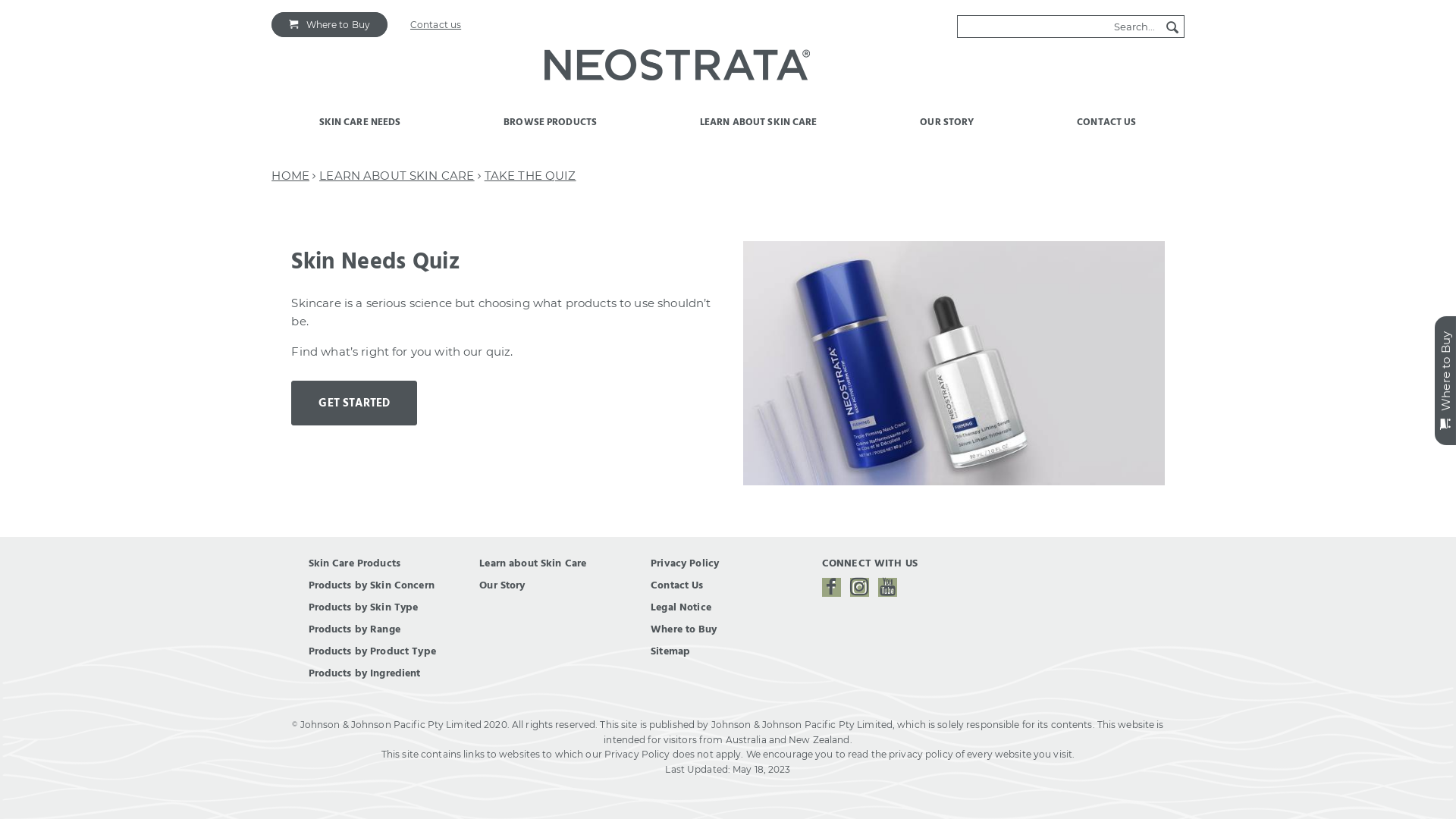 This screenshot has width=1456, height=819. Describe the element at coordinates (328, 24) in the screenshot. I see `'Where to Buy'` at that location.